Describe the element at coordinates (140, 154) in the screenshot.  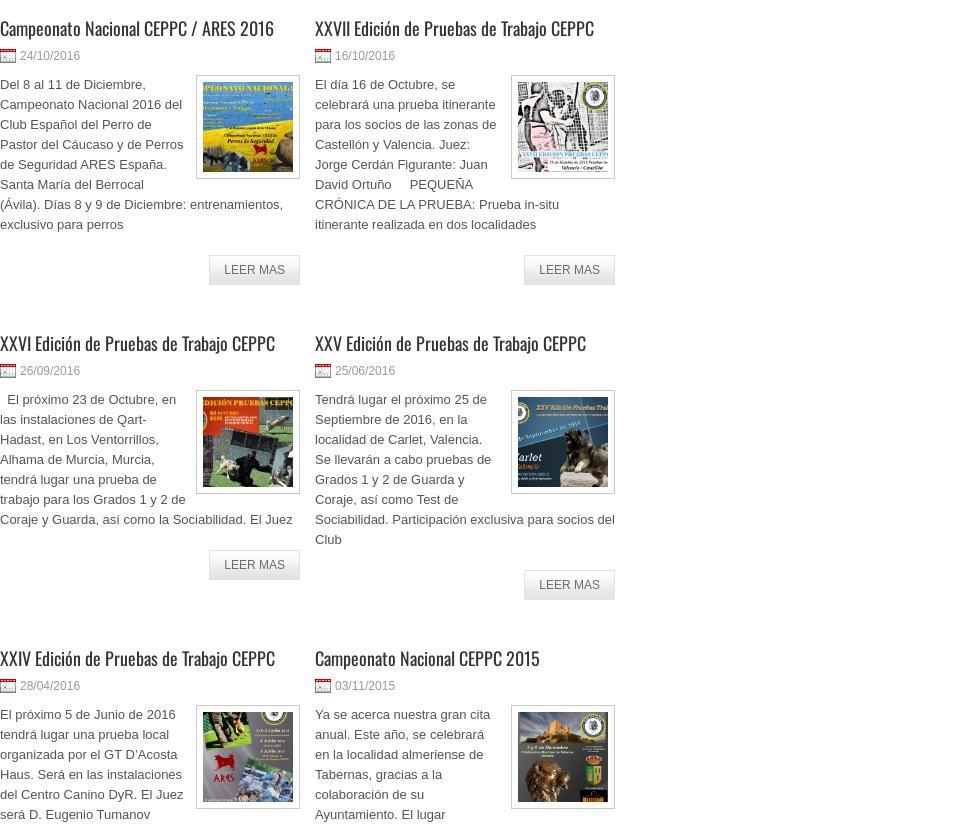
I see `'Del 8 al 11 de Diciembre, Campeonato Nacional 2016 del Club Español del Perro de Pastor del Cáucaso y de Perros de Seguridad ARES España. Santa María del Berrocal (Ávila). Días 8 y 9 de Diciembre: entrenamientos, exclusivo para perros'` at that location.